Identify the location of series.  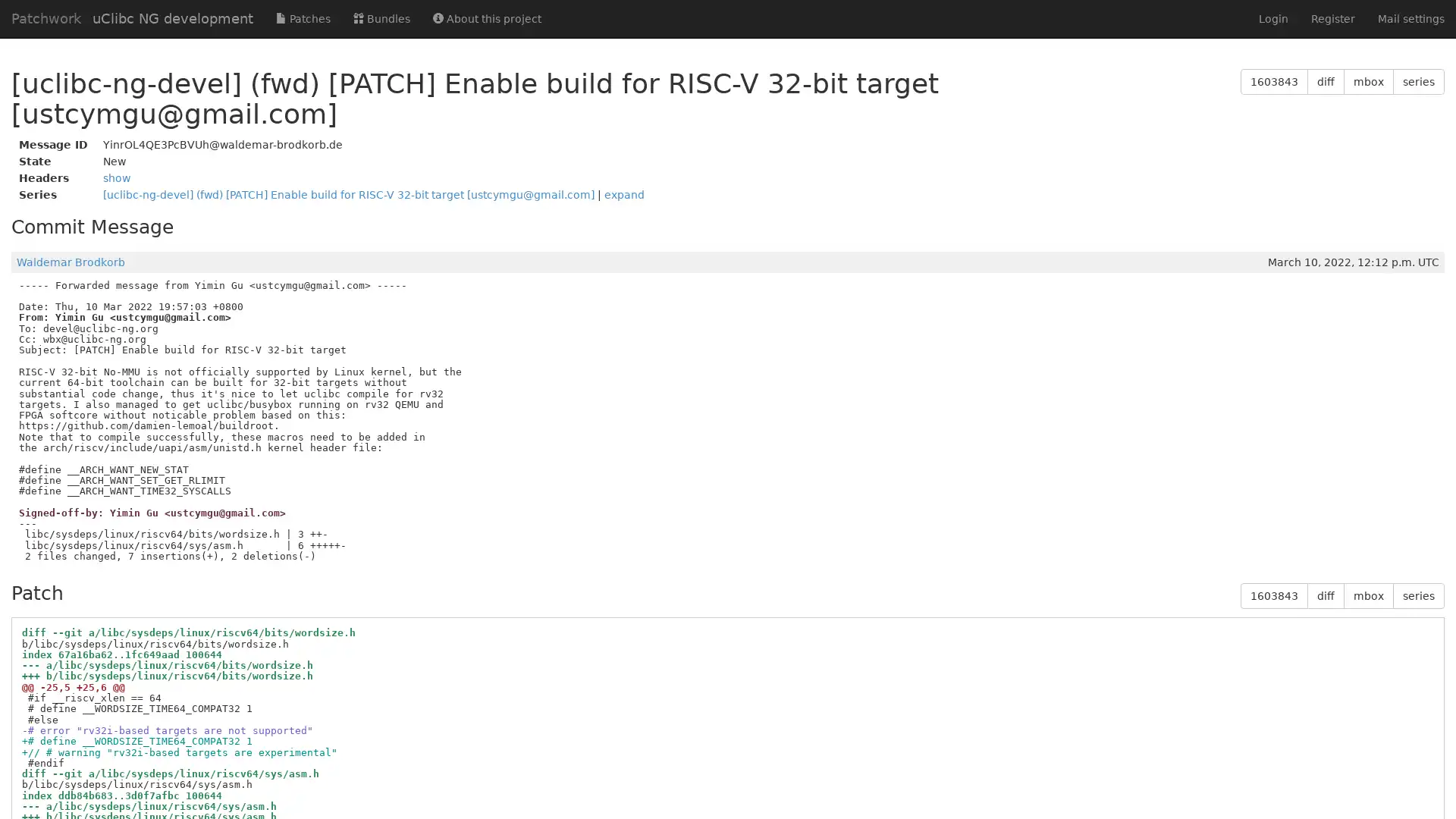
(1418, 595).